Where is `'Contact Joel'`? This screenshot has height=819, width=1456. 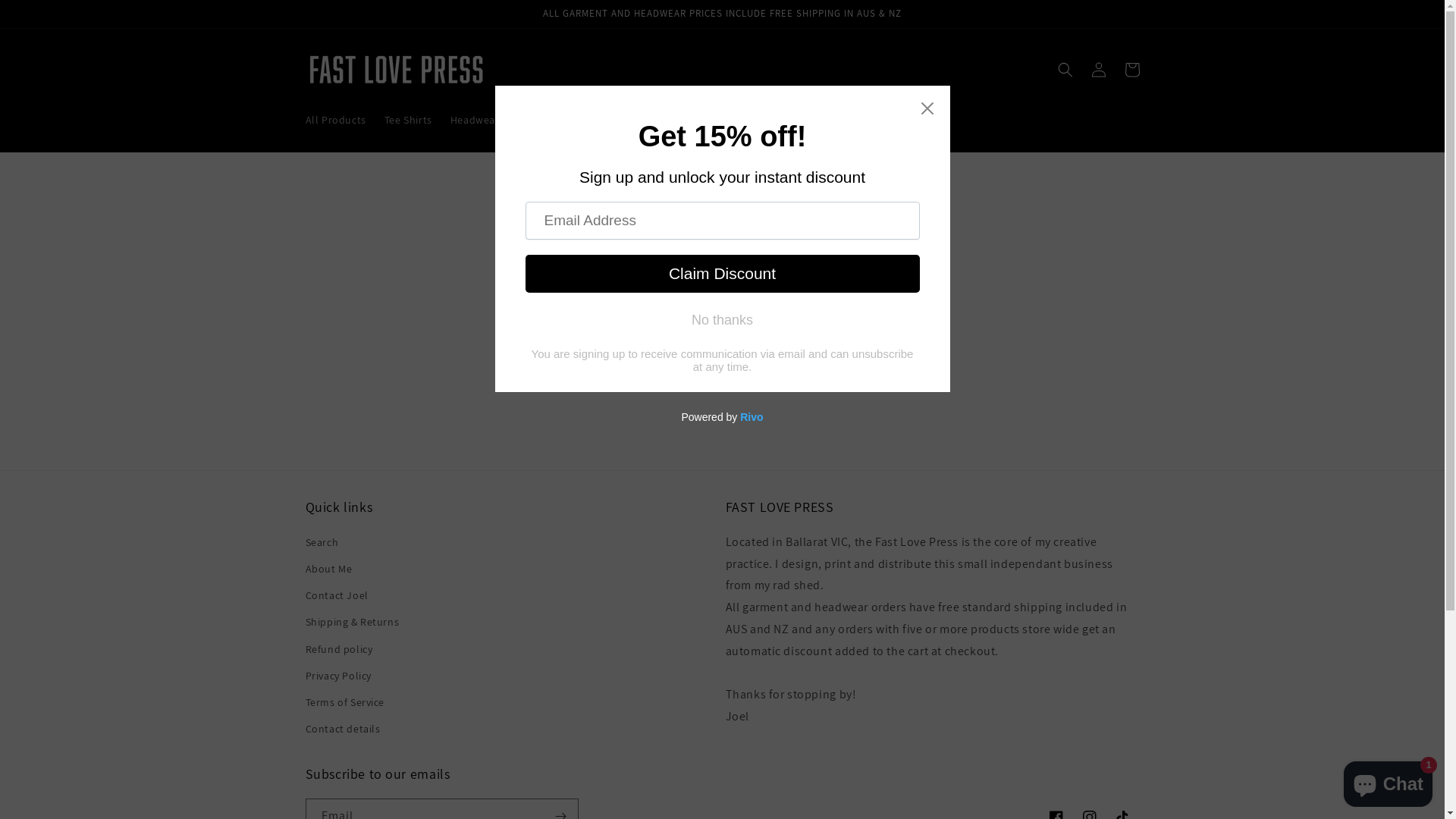
'Contact Joel' is located at coordinates (304, 595).